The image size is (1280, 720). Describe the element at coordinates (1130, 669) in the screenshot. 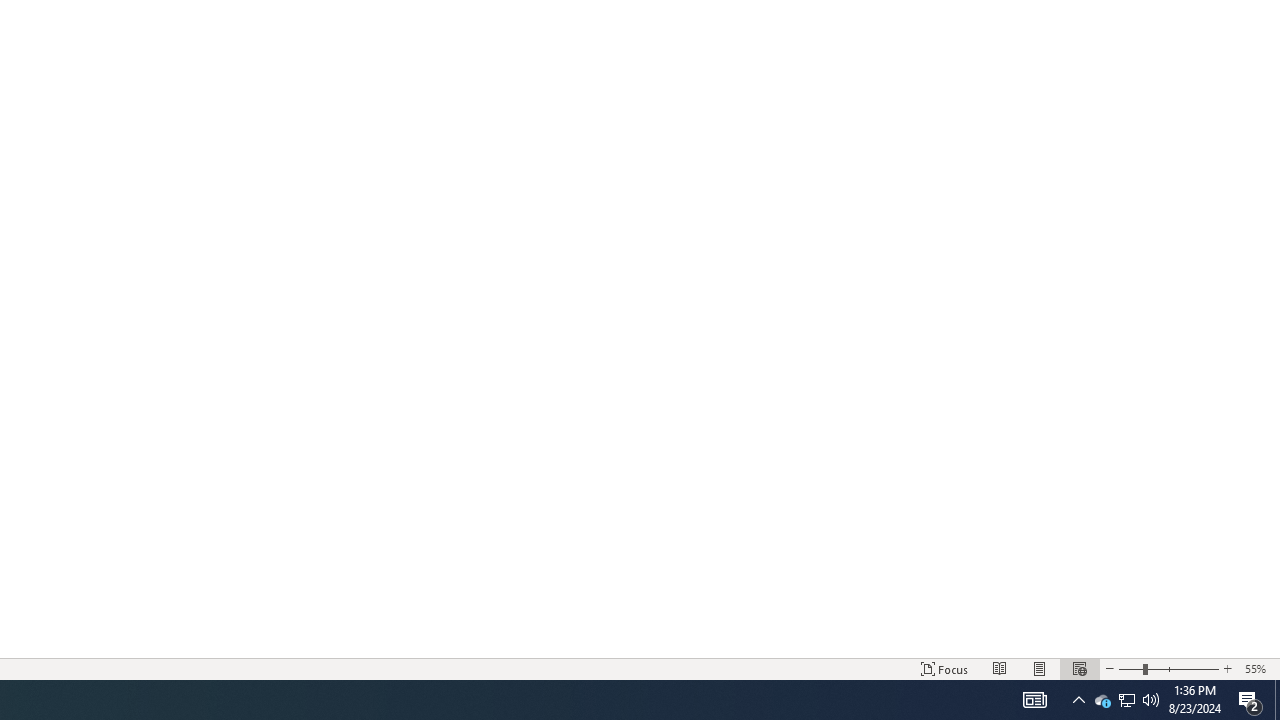

I see `'Zoom Out'` at that location.